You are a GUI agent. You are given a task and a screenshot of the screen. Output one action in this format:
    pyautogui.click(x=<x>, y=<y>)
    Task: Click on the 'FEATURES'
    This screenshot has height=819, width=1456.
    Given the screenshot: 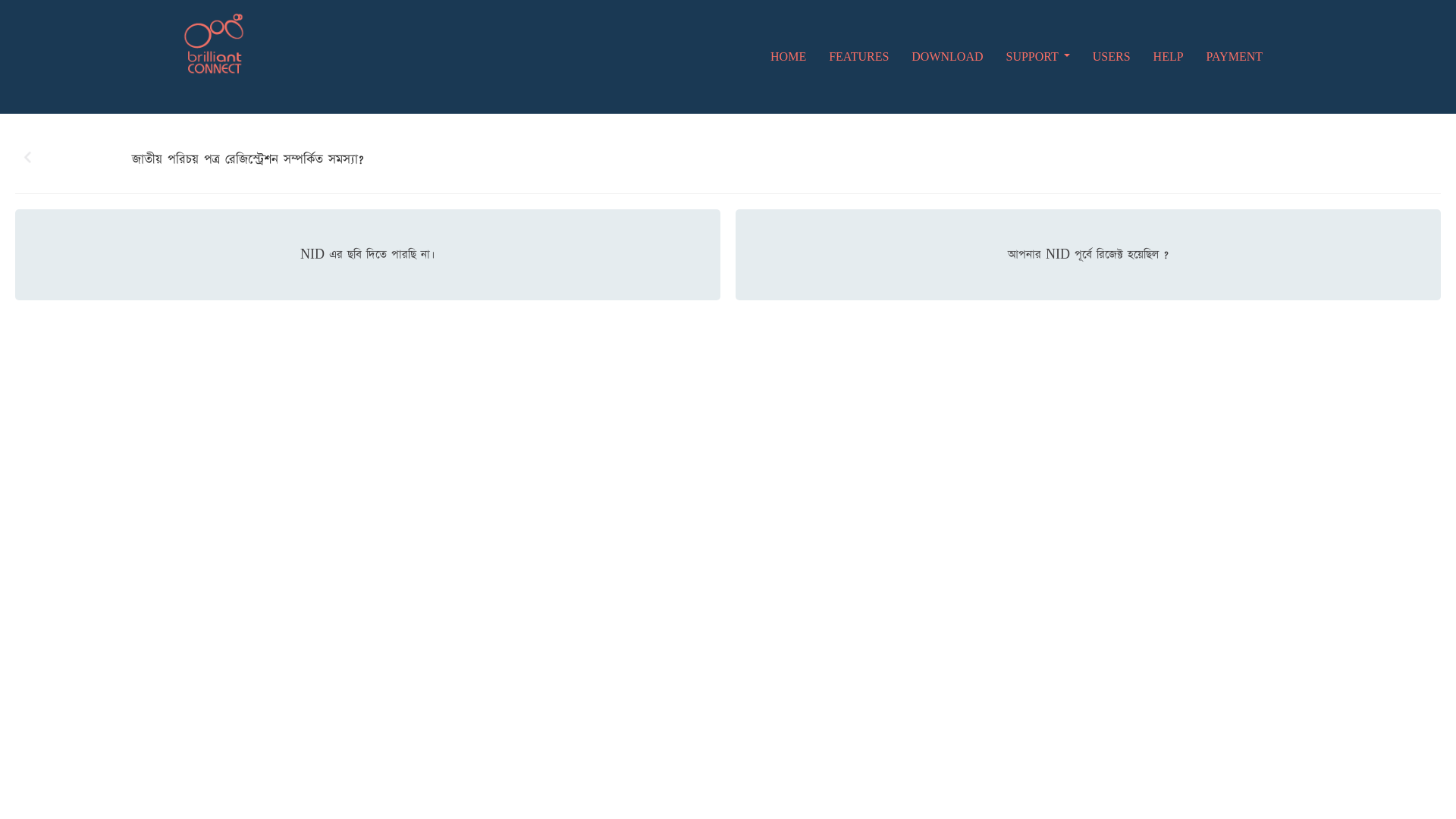 What is the action you would take?
    pyautogui.click(x=858, y=55)
    